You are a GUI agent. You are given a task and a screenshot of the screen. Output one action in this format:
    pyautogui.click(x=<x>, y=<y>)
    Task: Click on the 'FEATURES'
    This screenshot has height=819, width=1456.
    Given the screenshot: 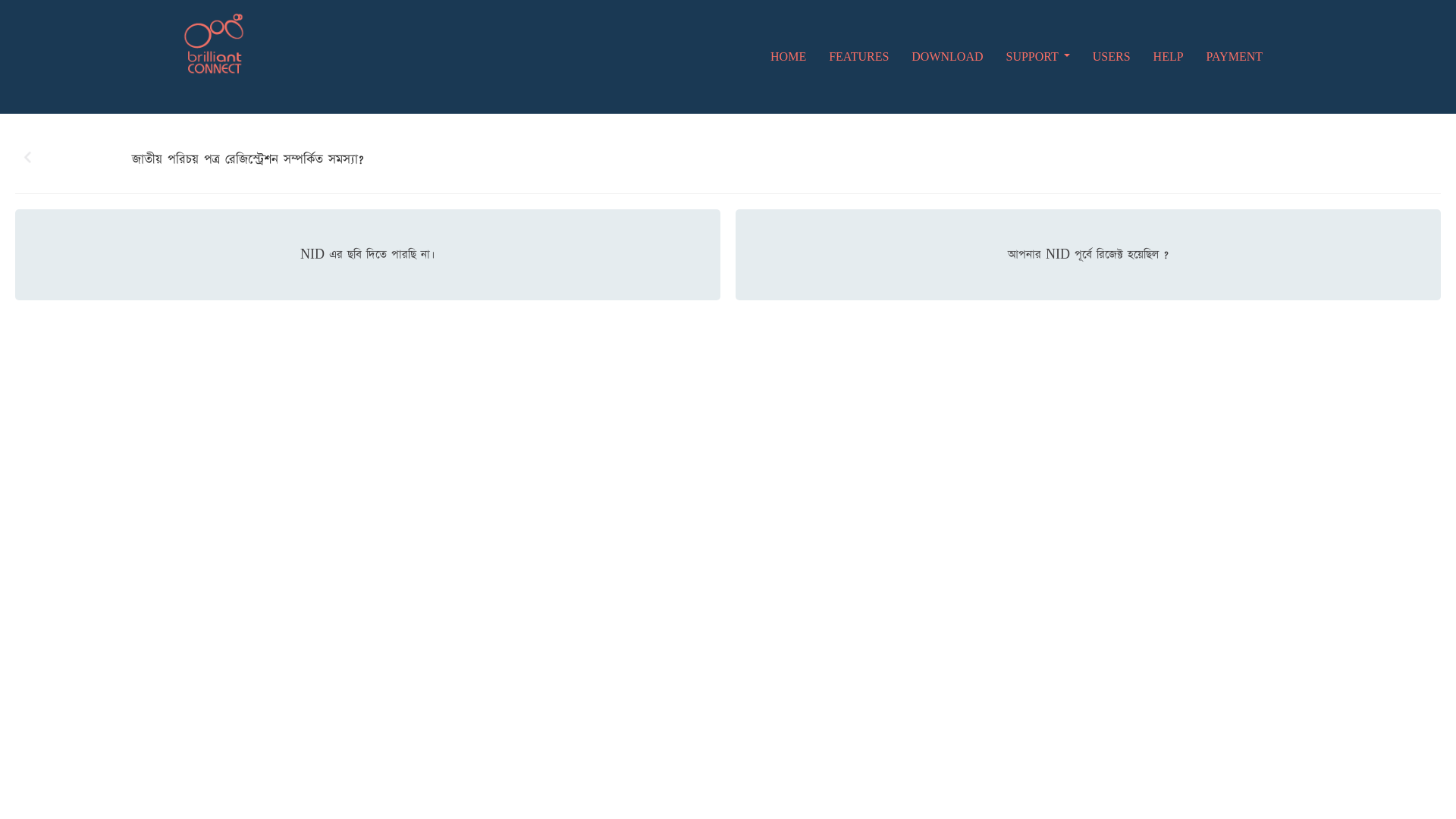 What is the action you would take?
    pyautogui.click(x=858, y=55)
    